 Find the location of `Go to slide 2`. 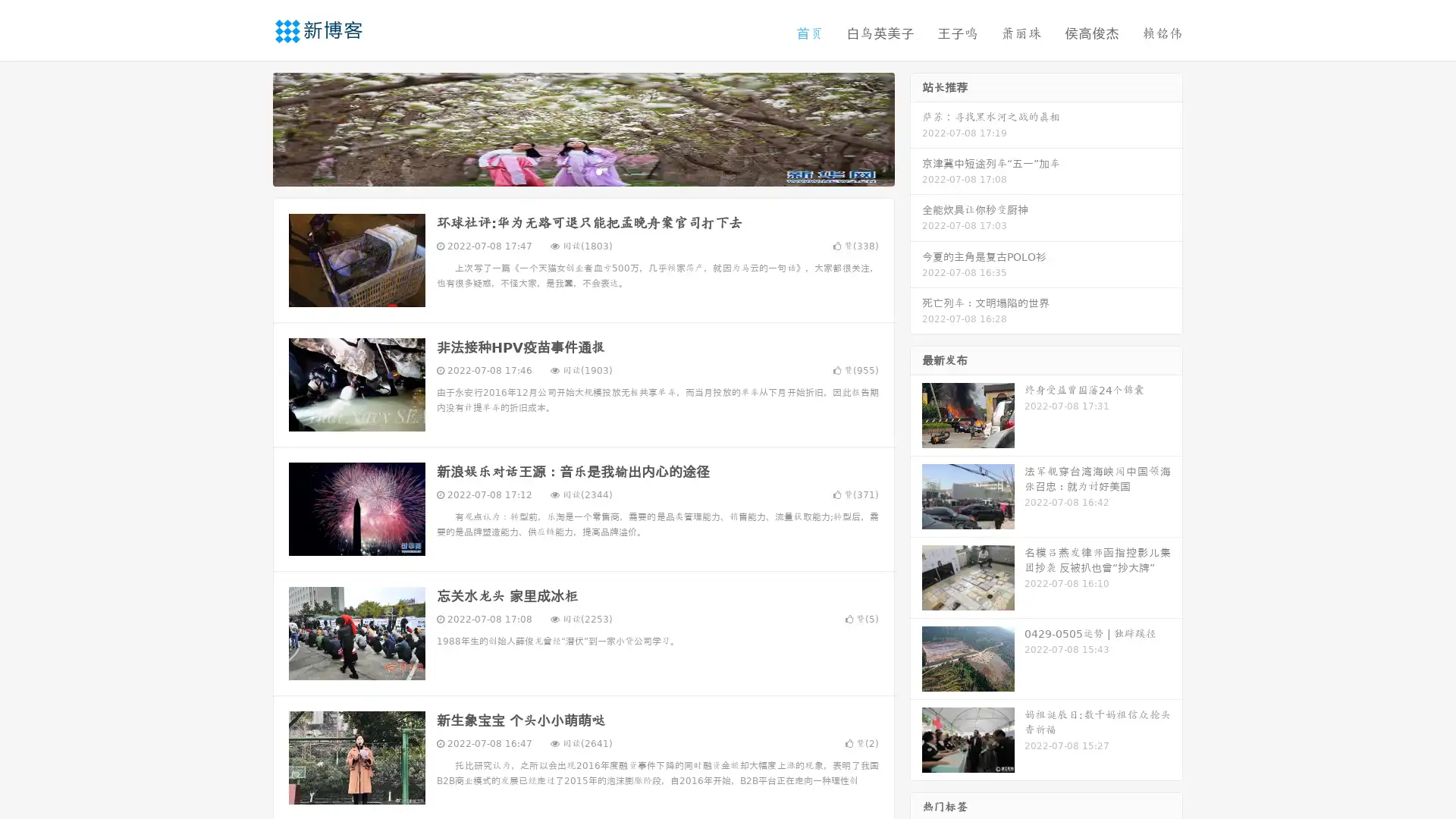

Go to slide 2 is located at coordinates (582, 171).